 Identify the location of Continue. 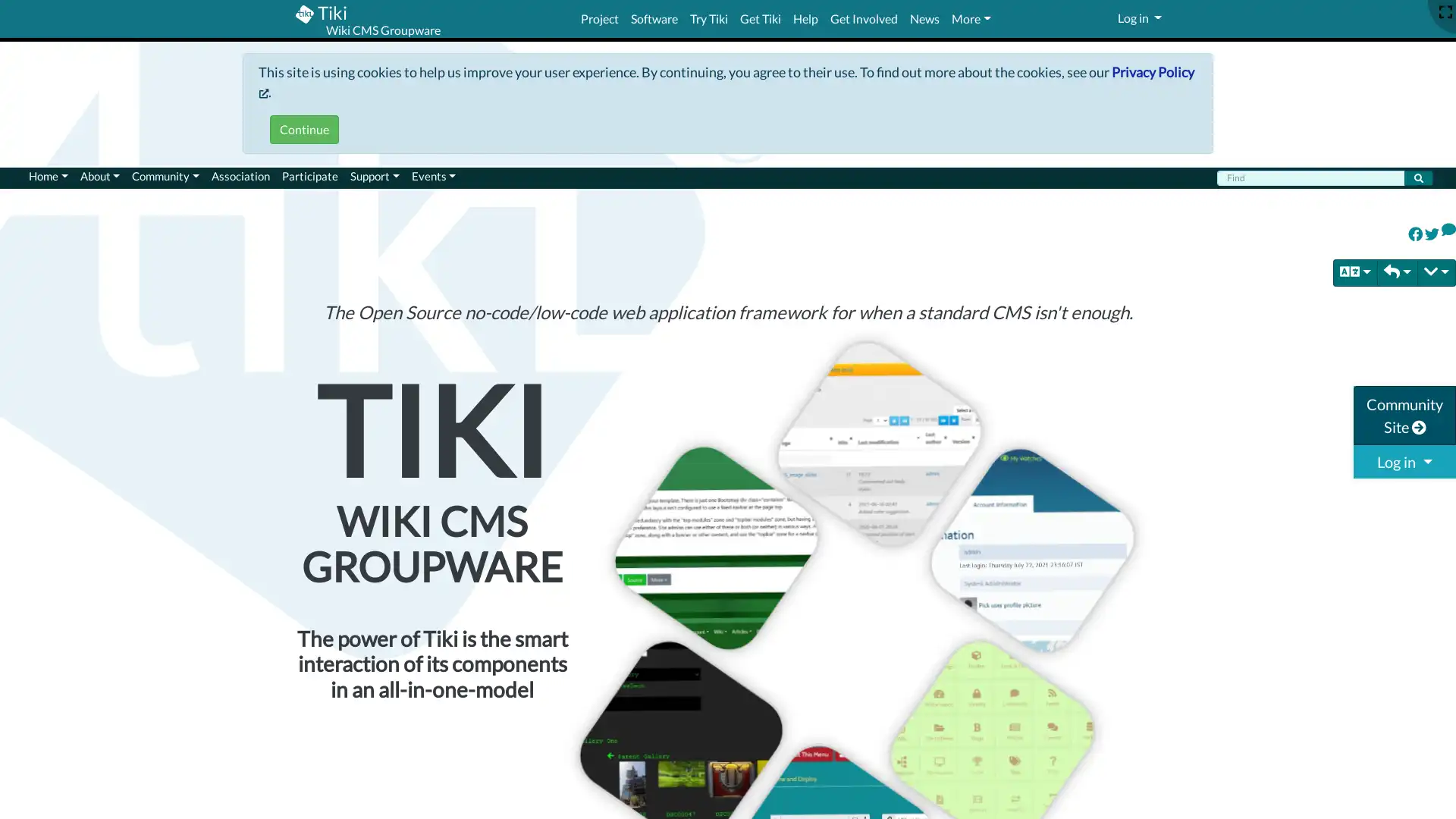
(303, 127).